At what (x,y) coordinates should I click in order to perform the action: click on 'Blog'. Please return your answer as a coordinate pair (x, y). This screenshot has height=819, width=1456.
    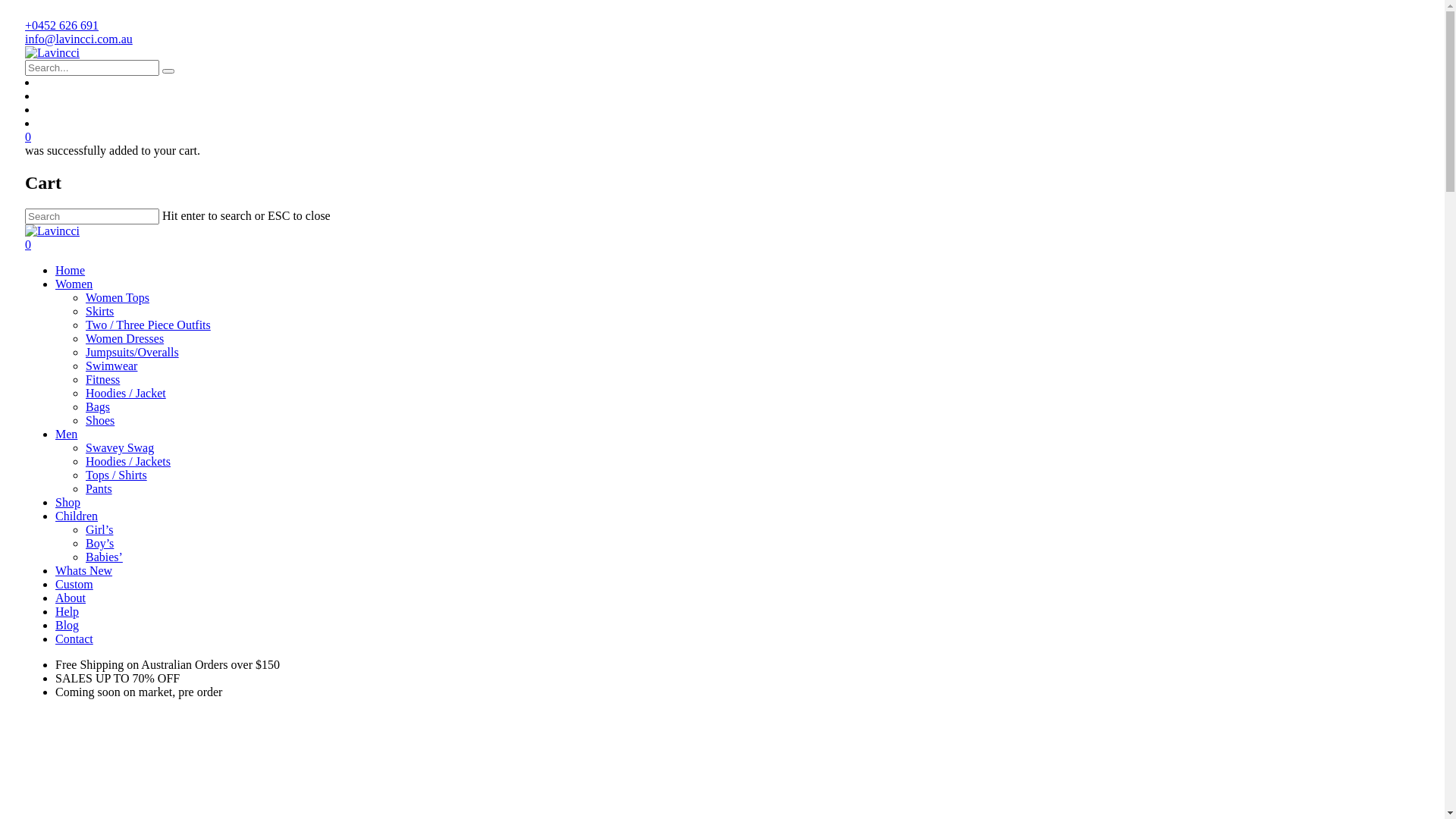
    Looking at the image, I should click on (66, 625).